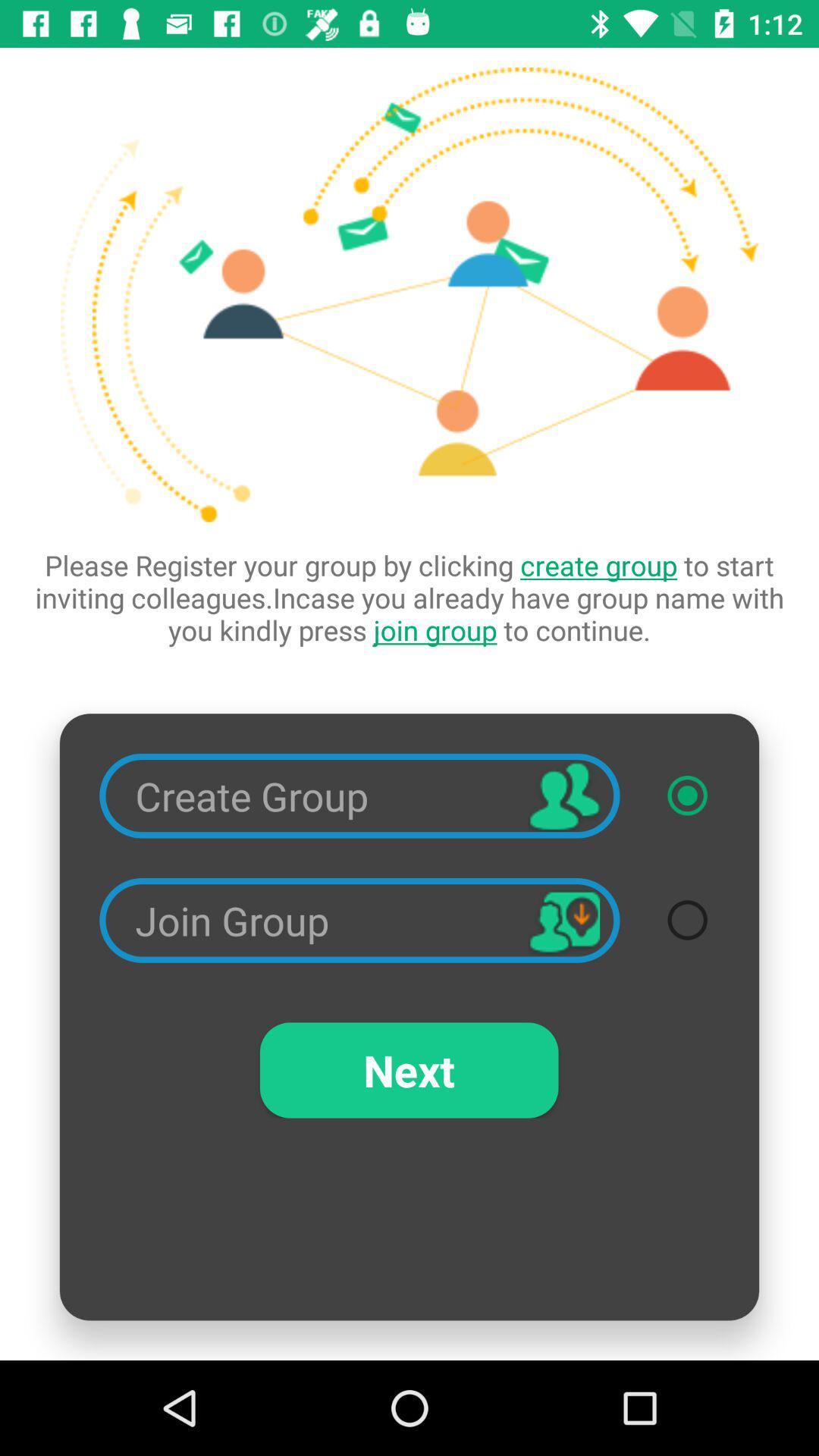 The width and height of the screenshot is (819, 1456). What do you see at coordinates (409, 597) in the screenshot?
I see `the please register your` at bounding box center [409, 597].